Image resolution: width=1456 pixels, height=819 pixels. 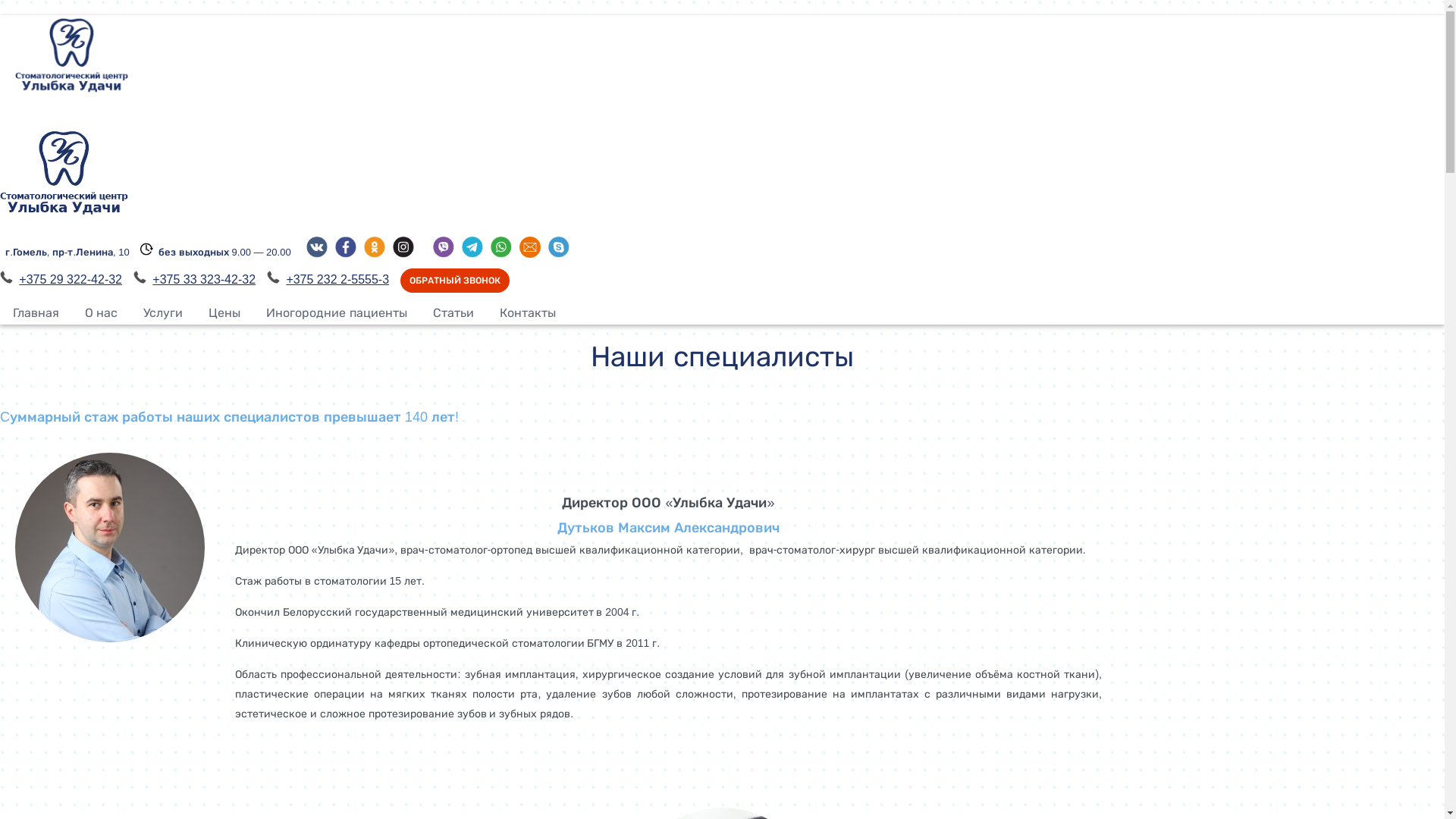 I want to click on 'Instagram', so click(x=403, y=251).